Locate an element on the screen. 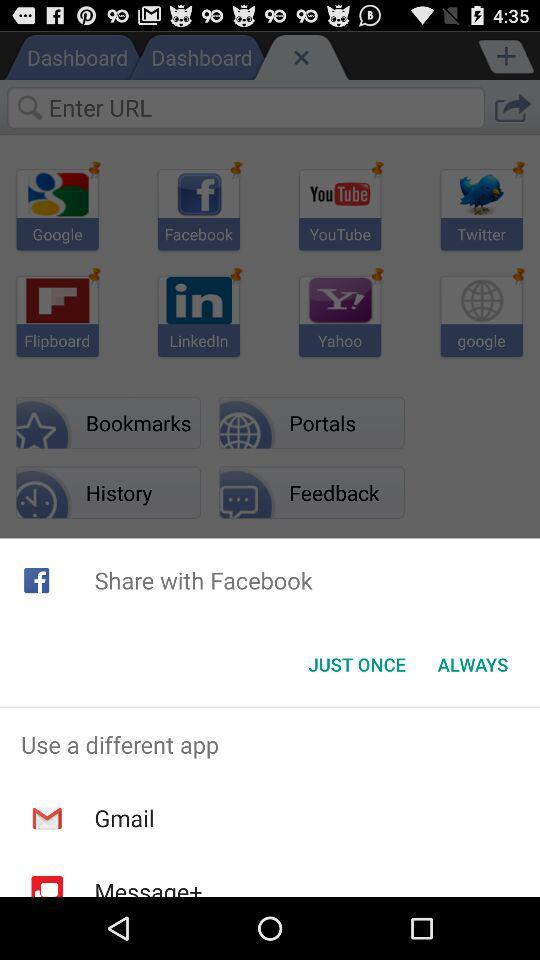 This screenshot has height=960, width=540. app above gmail icon is located at coordinates (270, 743).